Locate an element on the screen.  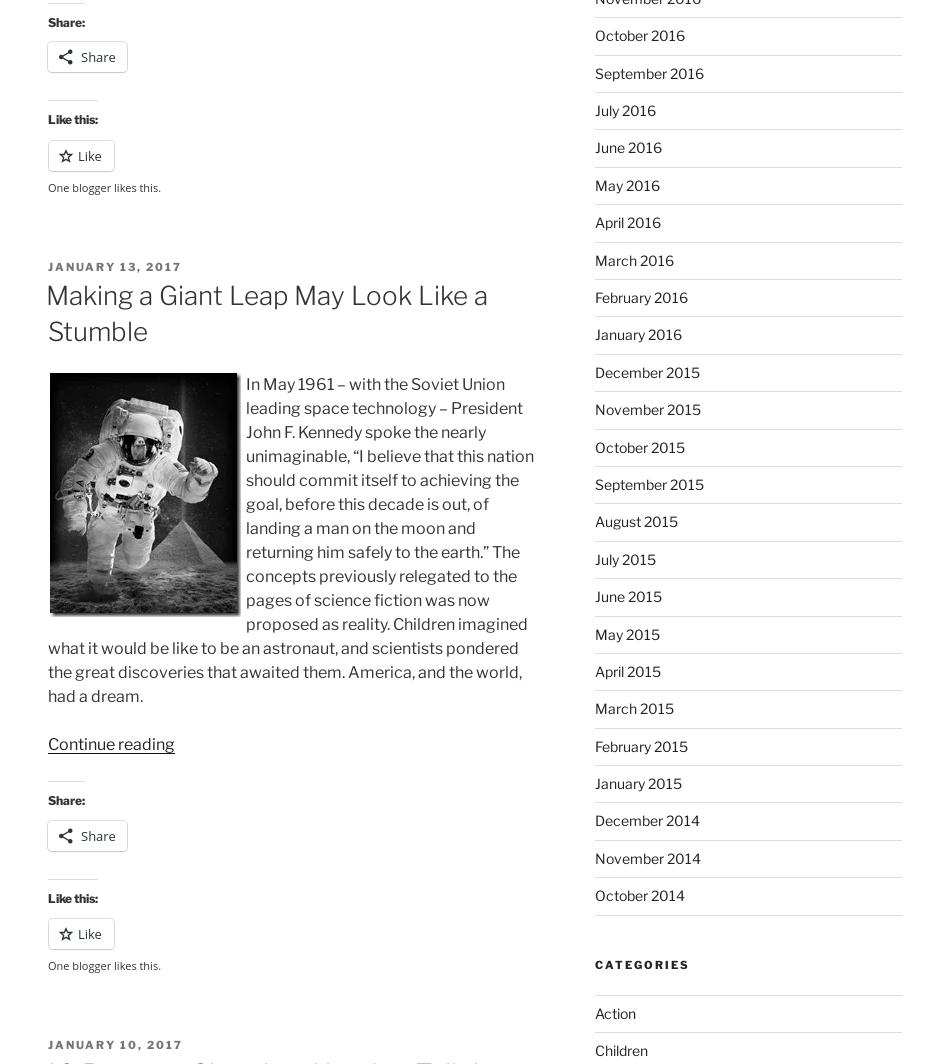
'Continue reading' is located at coordinates (47, 744).